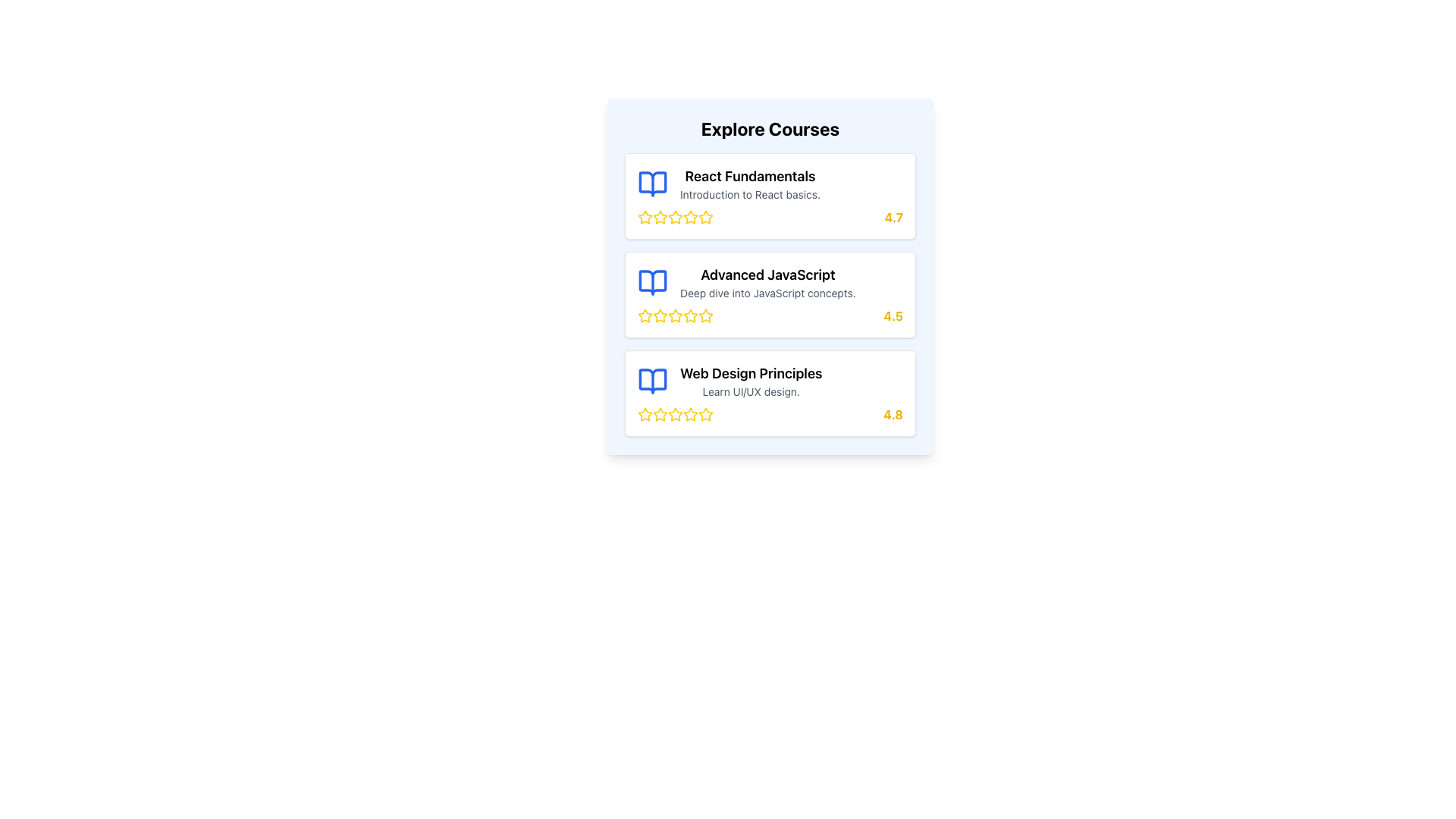 The image size is (1456, 819). I want to click on the text label that provides a brief description for the 'React Fundamentals' course item, located directly beneath the title and to the right of a blue book icon, so click(750, 194).